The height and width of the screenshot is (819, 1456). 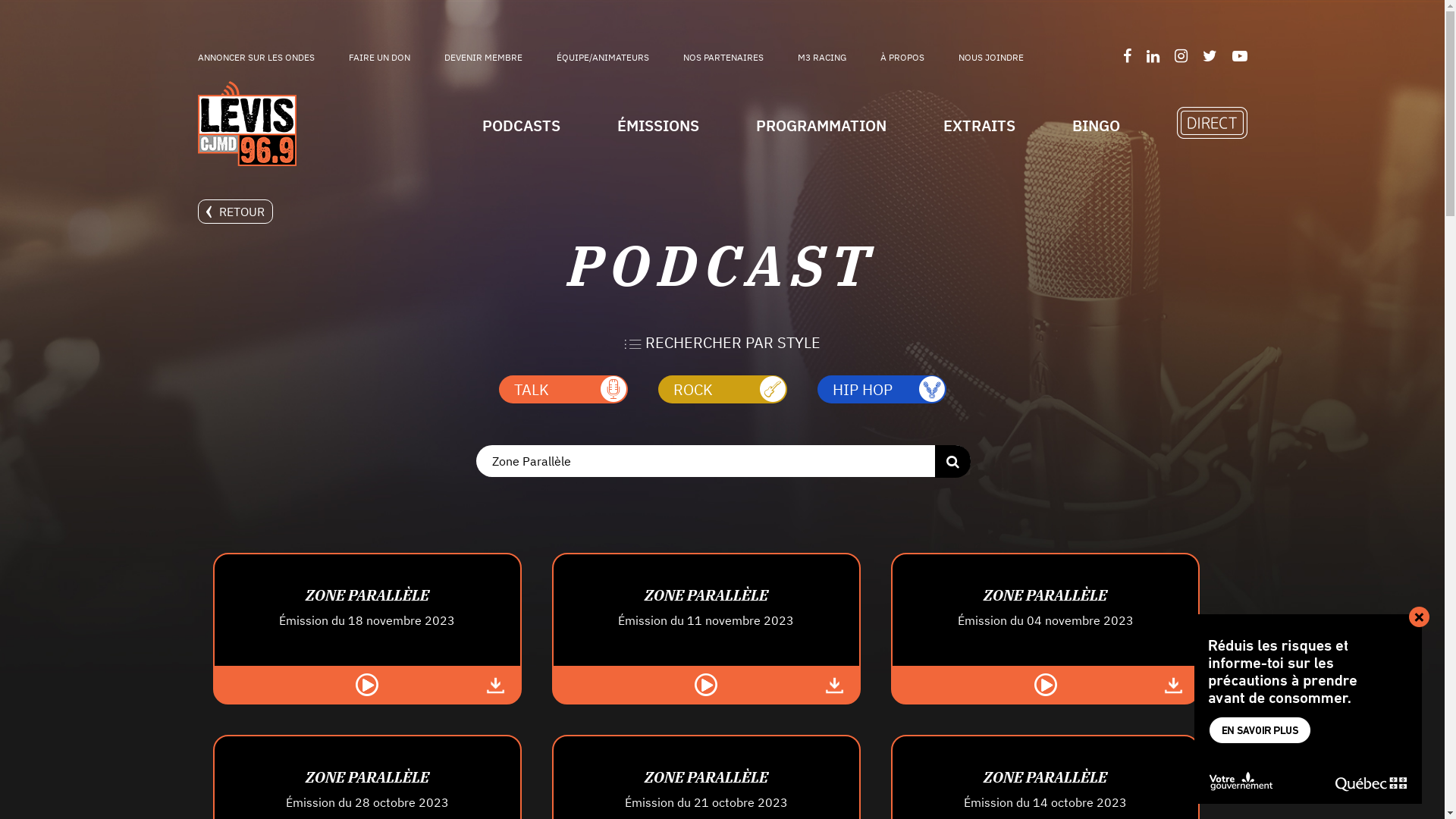 I want to click on 'Suivez-nous sur Instagram', so click(x=1173, y=55).